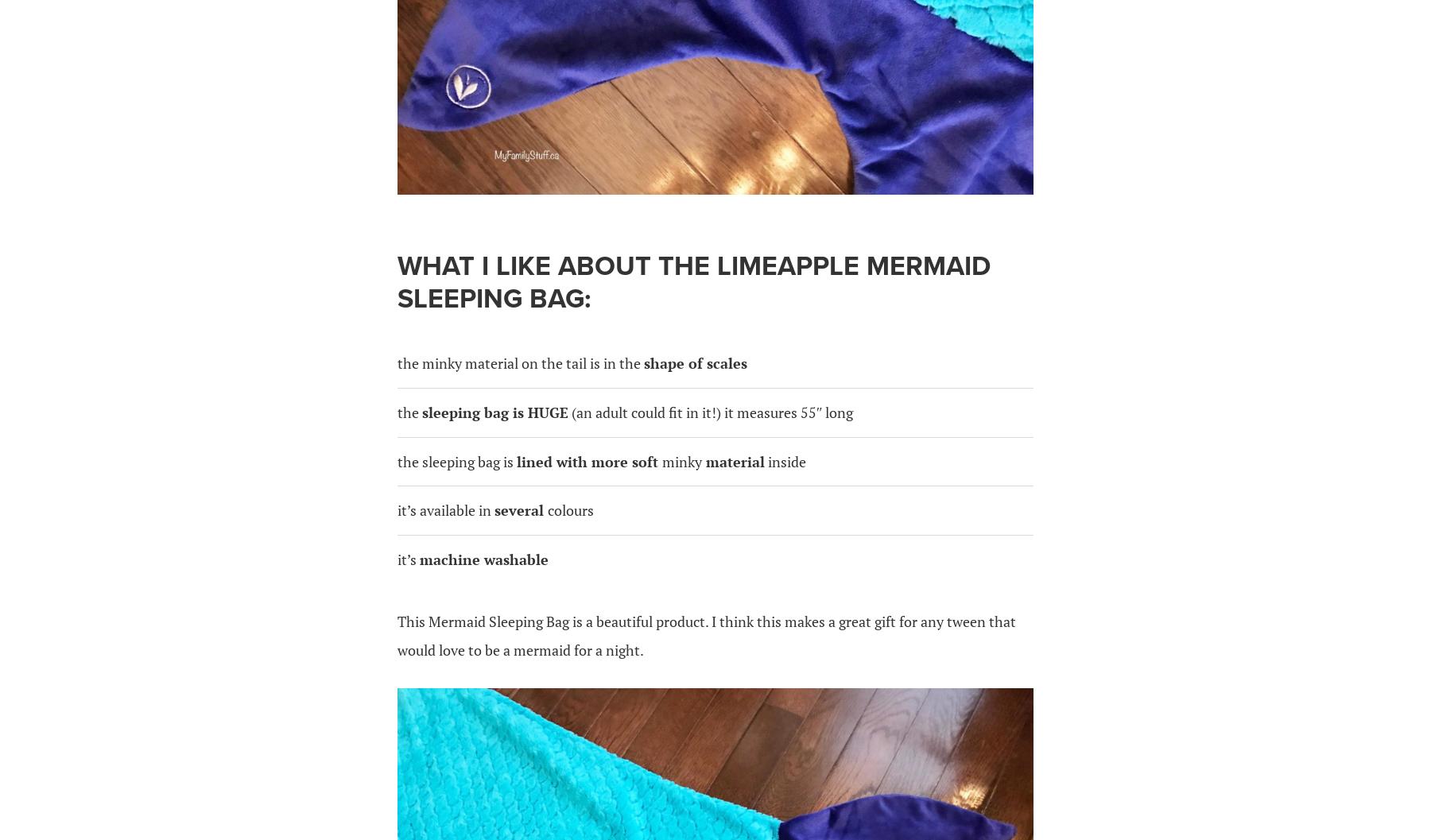 This screenshot has height=840, width=1431. What do you see at coordinates (785, 459) in the screenshot?
I see `'inside'` at bounding box center [785, 459].